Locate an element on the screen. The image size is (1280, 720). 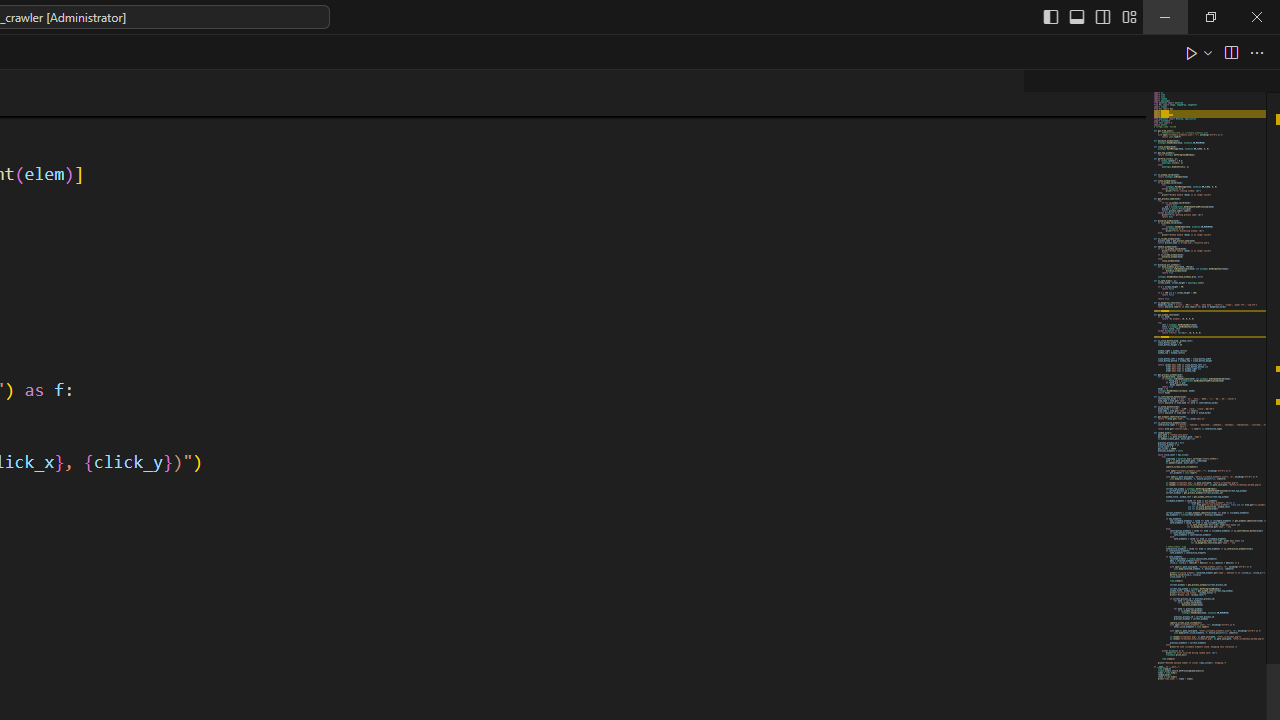
'More Actions...' is located at coordinates (1255, 51).